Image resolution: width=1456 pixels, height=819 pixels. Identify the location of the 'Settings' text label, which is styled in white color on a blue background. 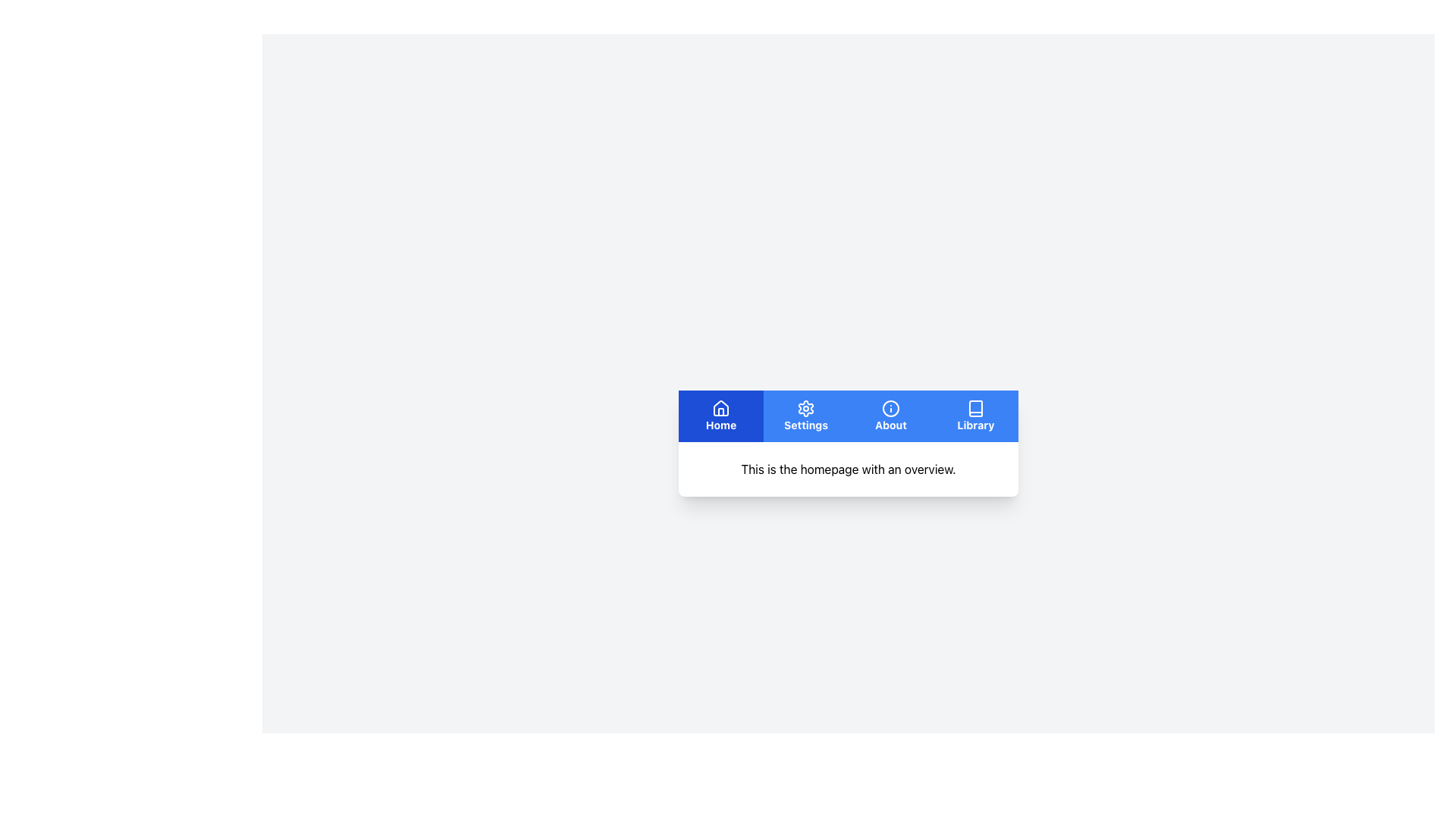
(805, 425).